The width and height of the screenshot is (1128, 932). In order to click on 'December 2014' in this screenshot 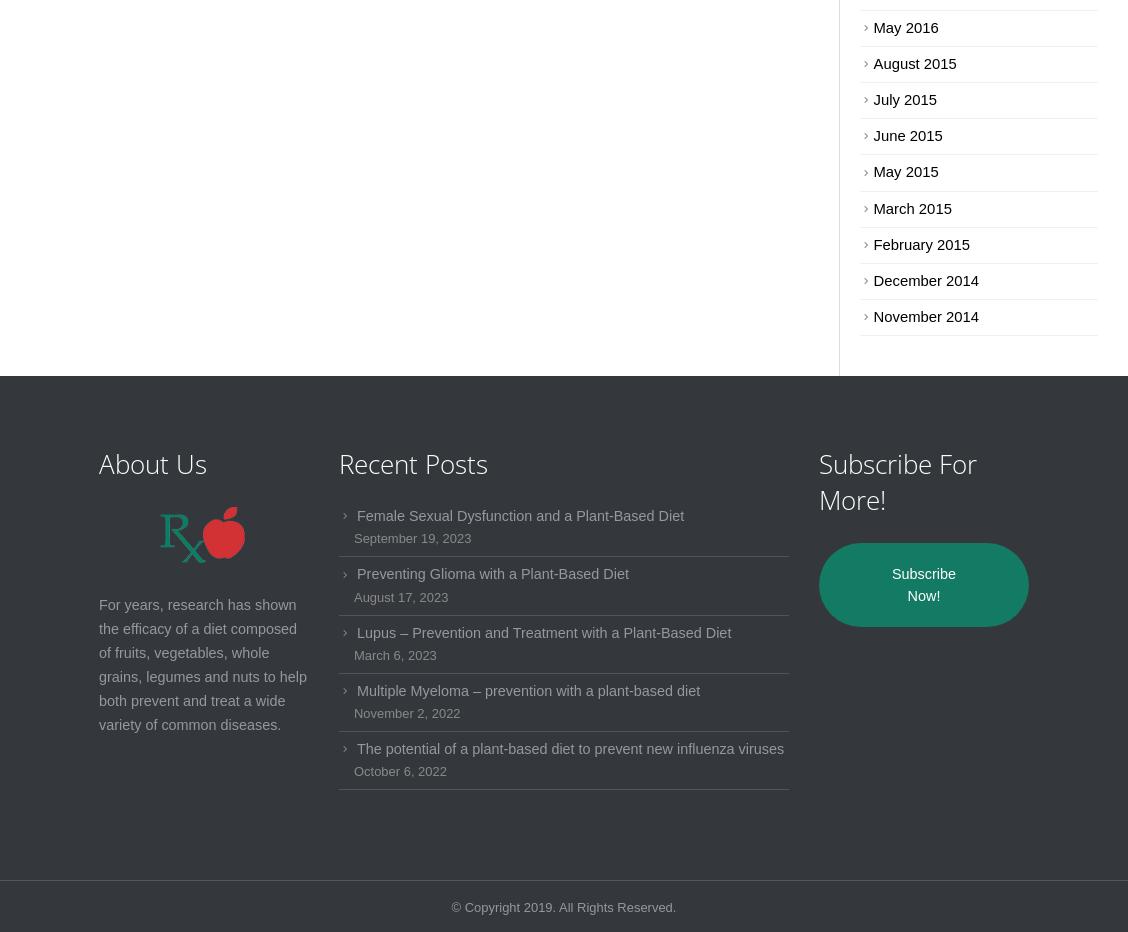, I will do `click(925, 278)`.